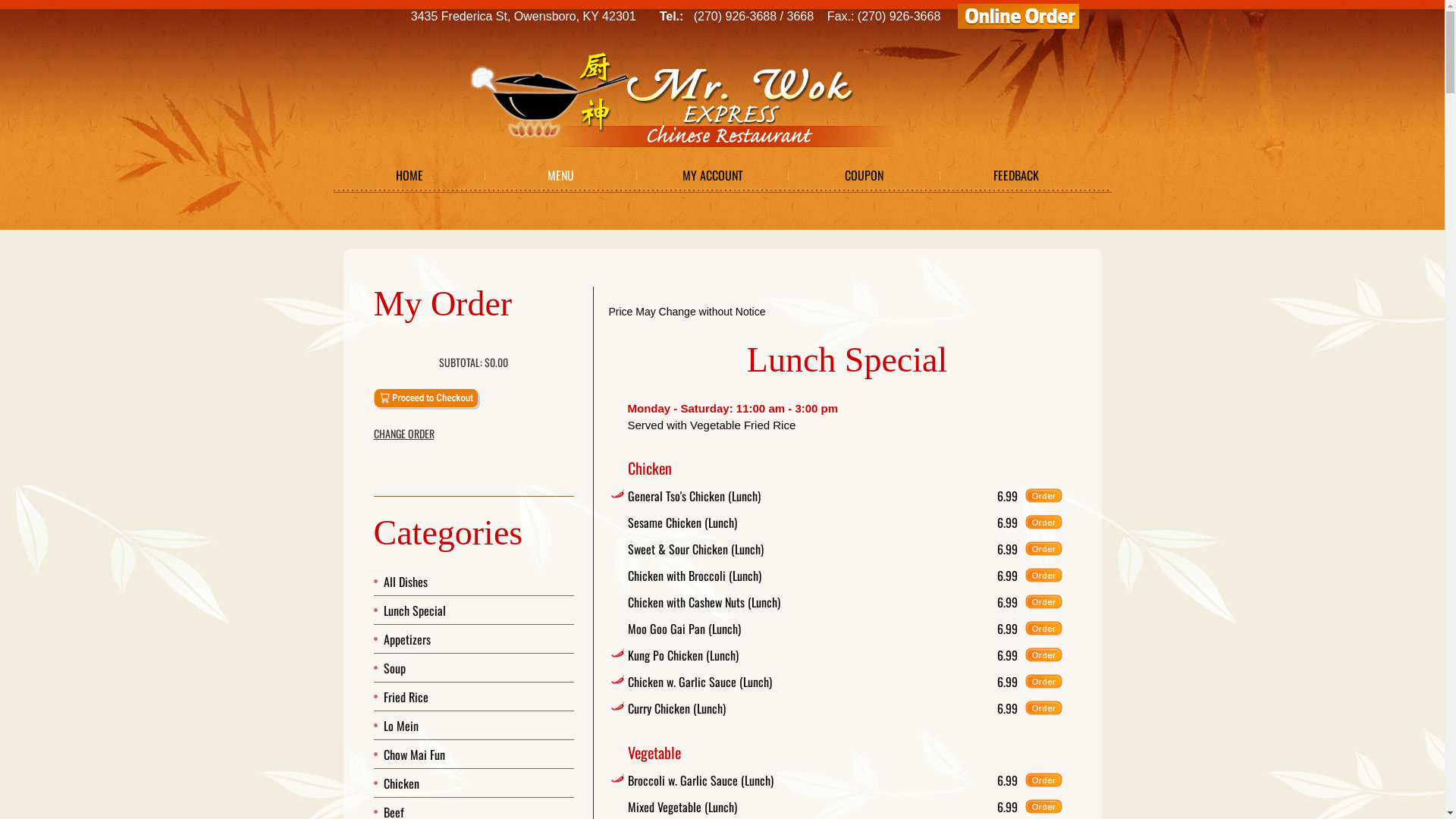 The width and height of the screenshot is (1456, 819). I want to click on 'Lunch Special', so click(415, 610).